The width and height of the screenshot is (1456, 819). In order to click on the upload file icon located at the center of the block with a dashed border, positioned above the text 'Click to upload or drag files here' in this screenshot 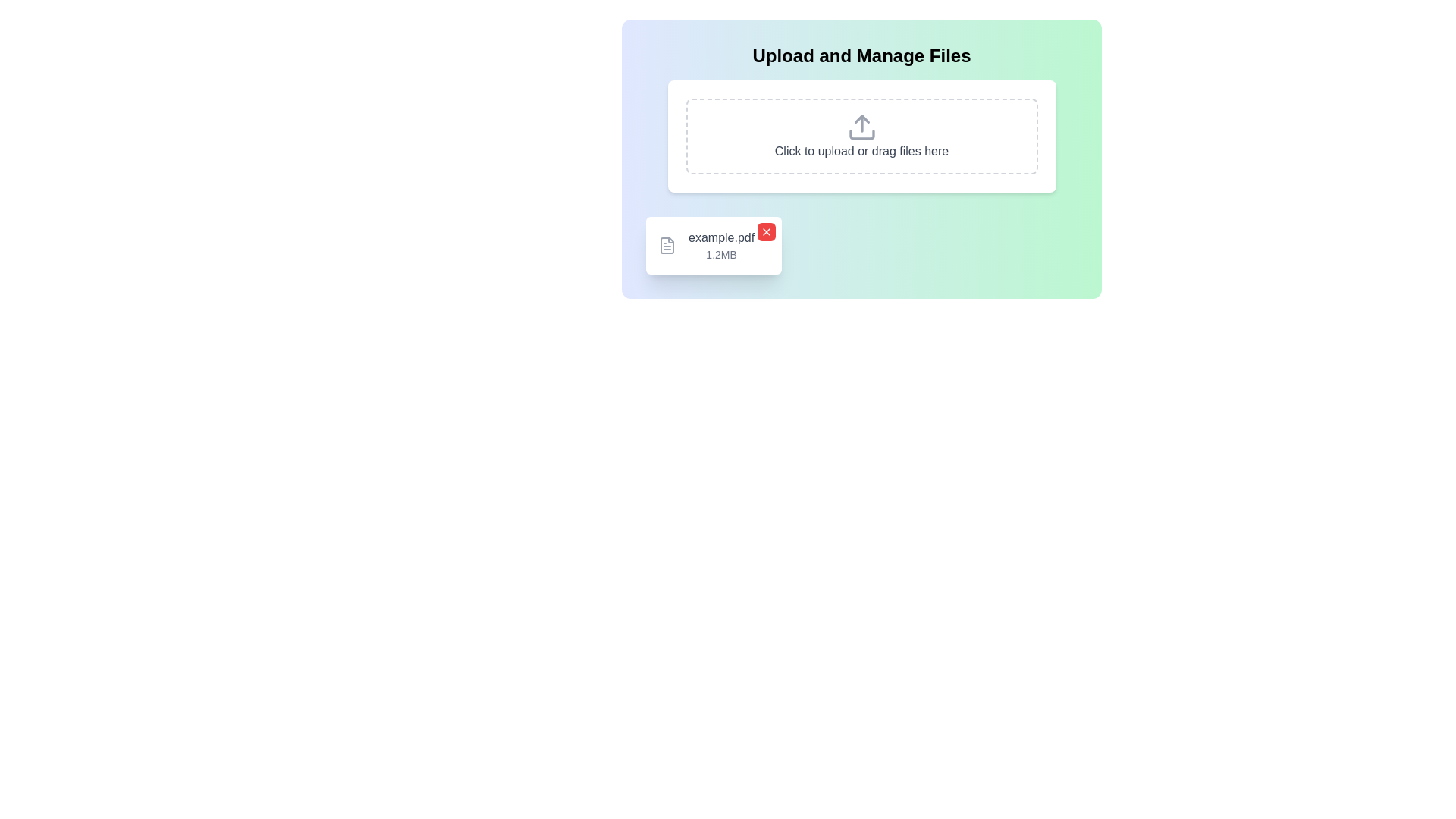, I will do `click(861, 127)`.